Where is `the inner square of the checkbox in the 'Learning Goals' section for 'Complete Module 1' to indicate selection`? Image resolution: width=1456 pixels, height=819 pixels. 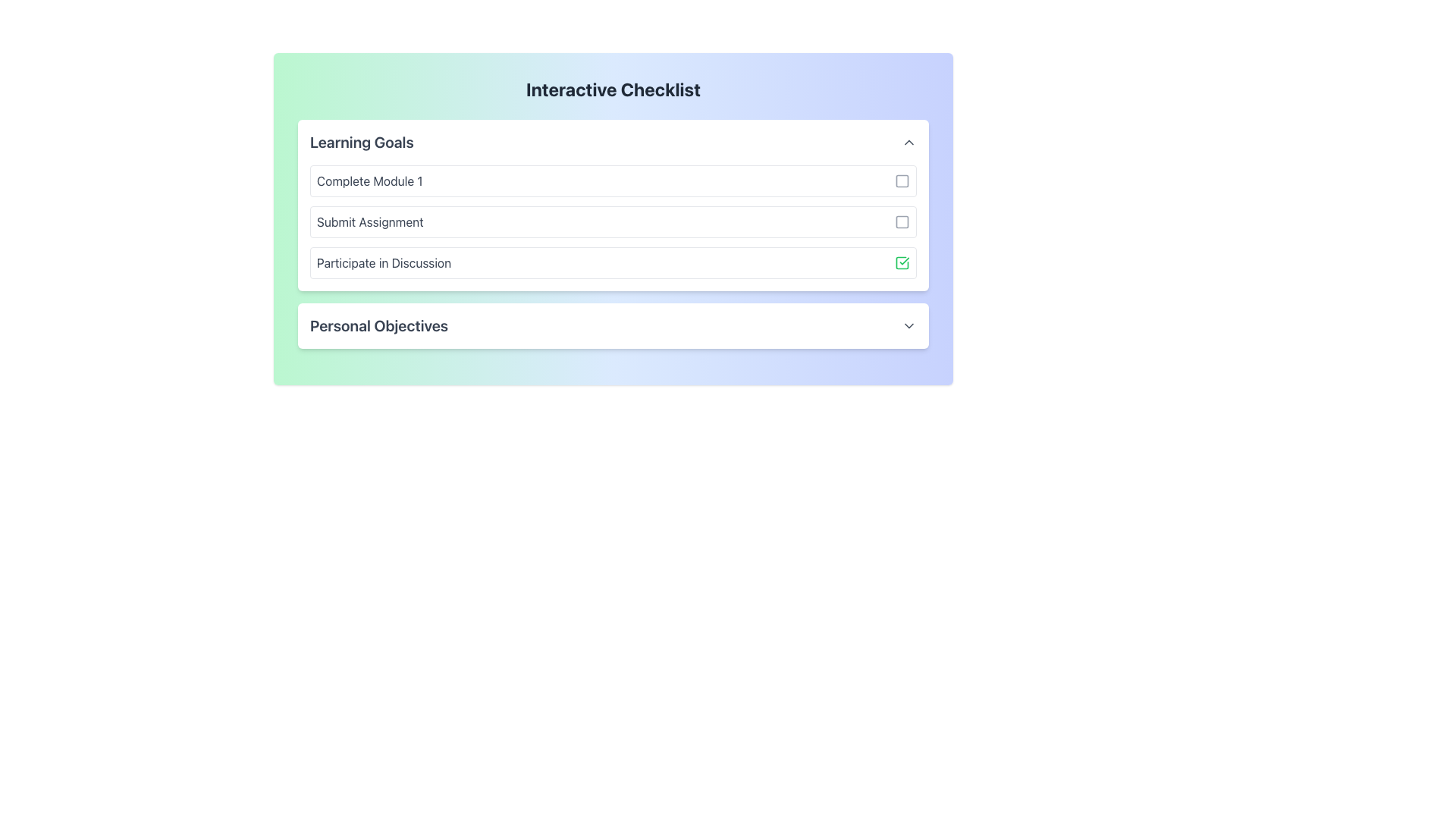
the inner square of the checkbox in the 'Learning Goals' section for 'Complete Module 1' to indicate selection is located at coordinates (902, 180).